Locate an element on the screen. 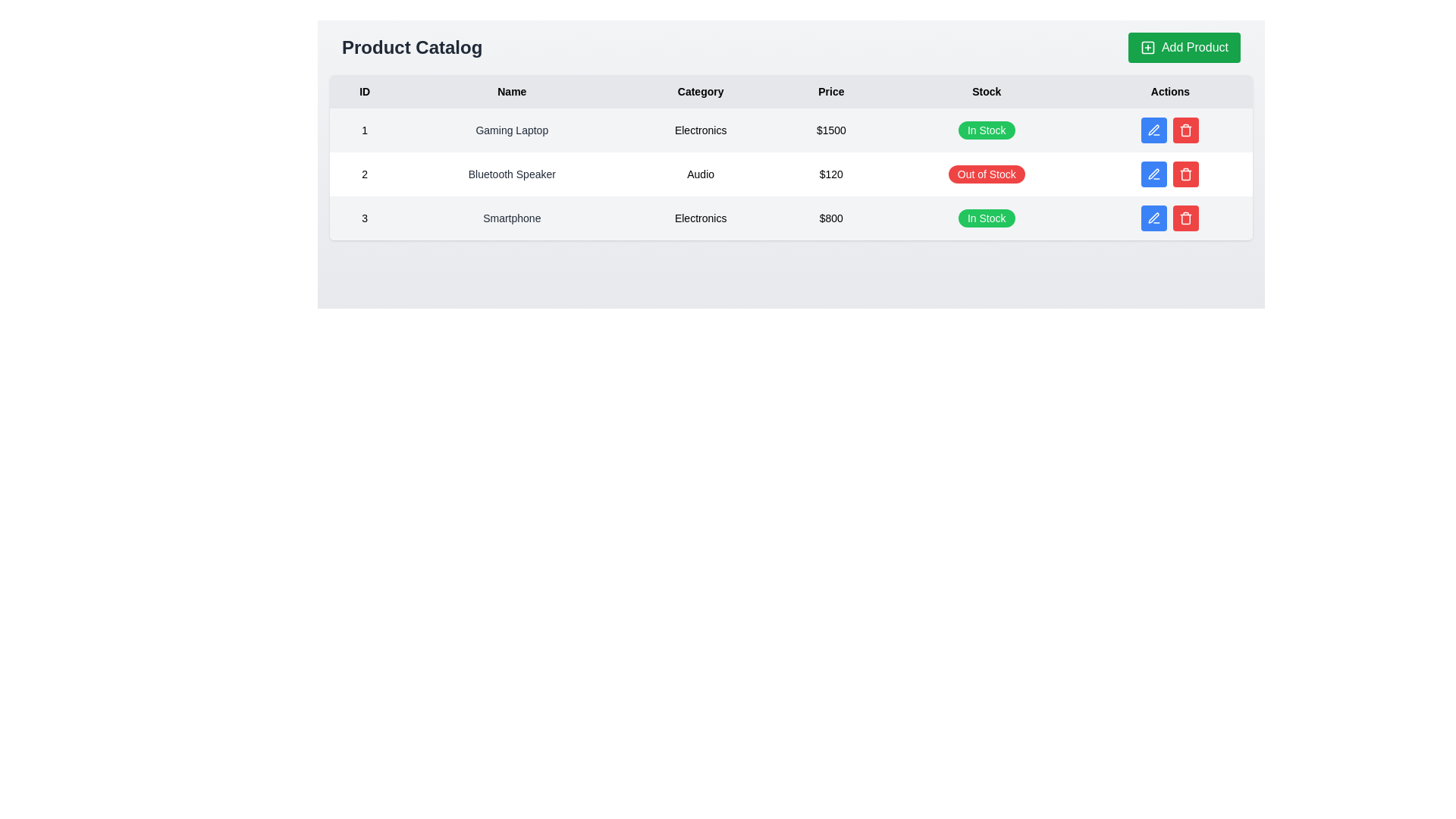 The width and height of the screenshot is (1456, 819). the trash icon button with a red circular background in the 'Actions' column of the second row is located at coordinates (1185, 174).